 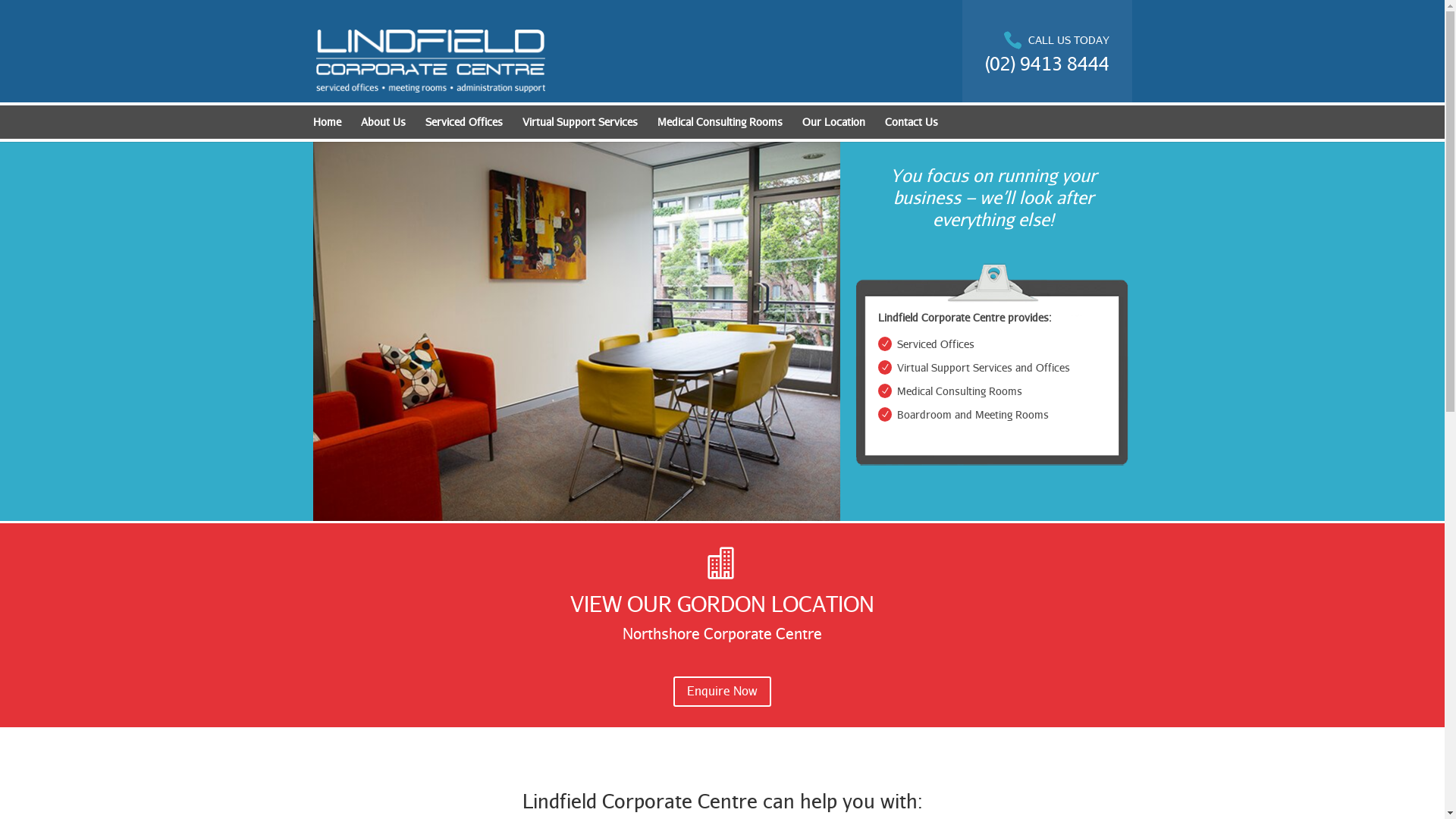 I want to click on 'Enquire Now', so click(x=721, y=692).